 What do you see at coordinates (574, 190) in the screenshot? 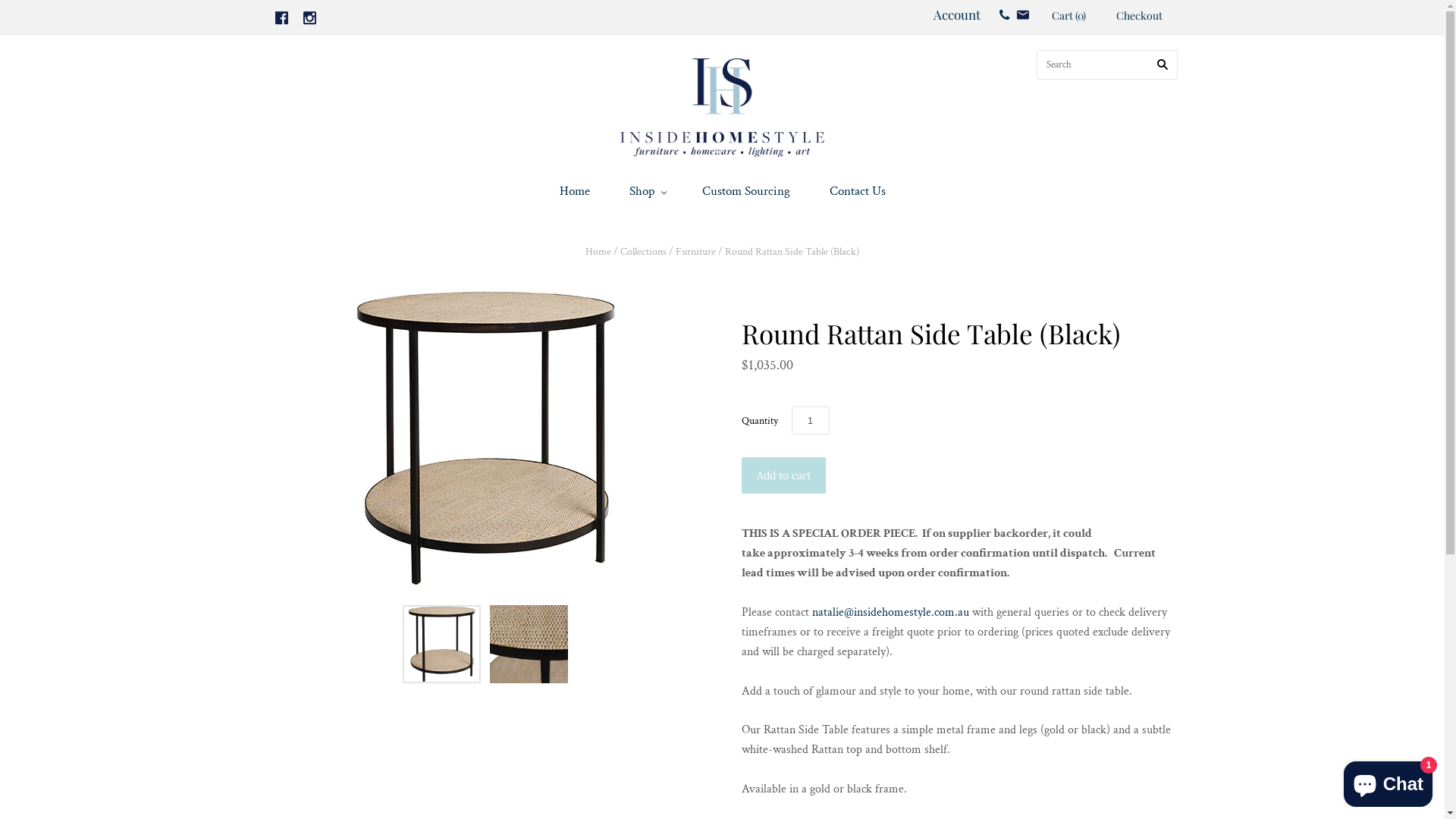
I see `'Home'` at bounding box center [574, 190].